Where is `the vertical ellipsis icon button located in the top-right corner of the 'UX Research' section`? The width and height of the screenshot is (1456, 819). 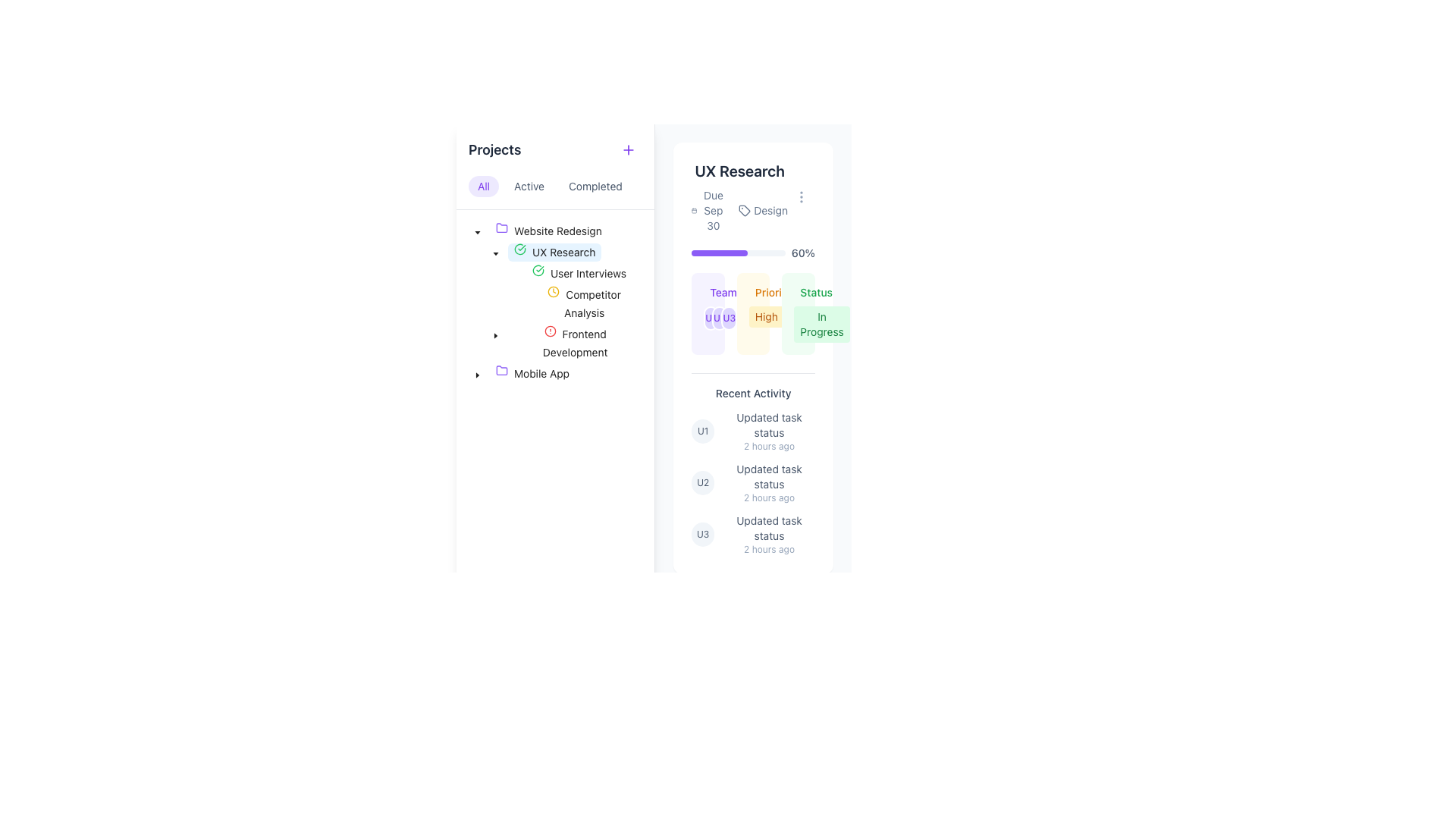
the vertical ellipsis icon button located in the top-right corner of the 'UX Research' section is located at coordinates (800, 196).